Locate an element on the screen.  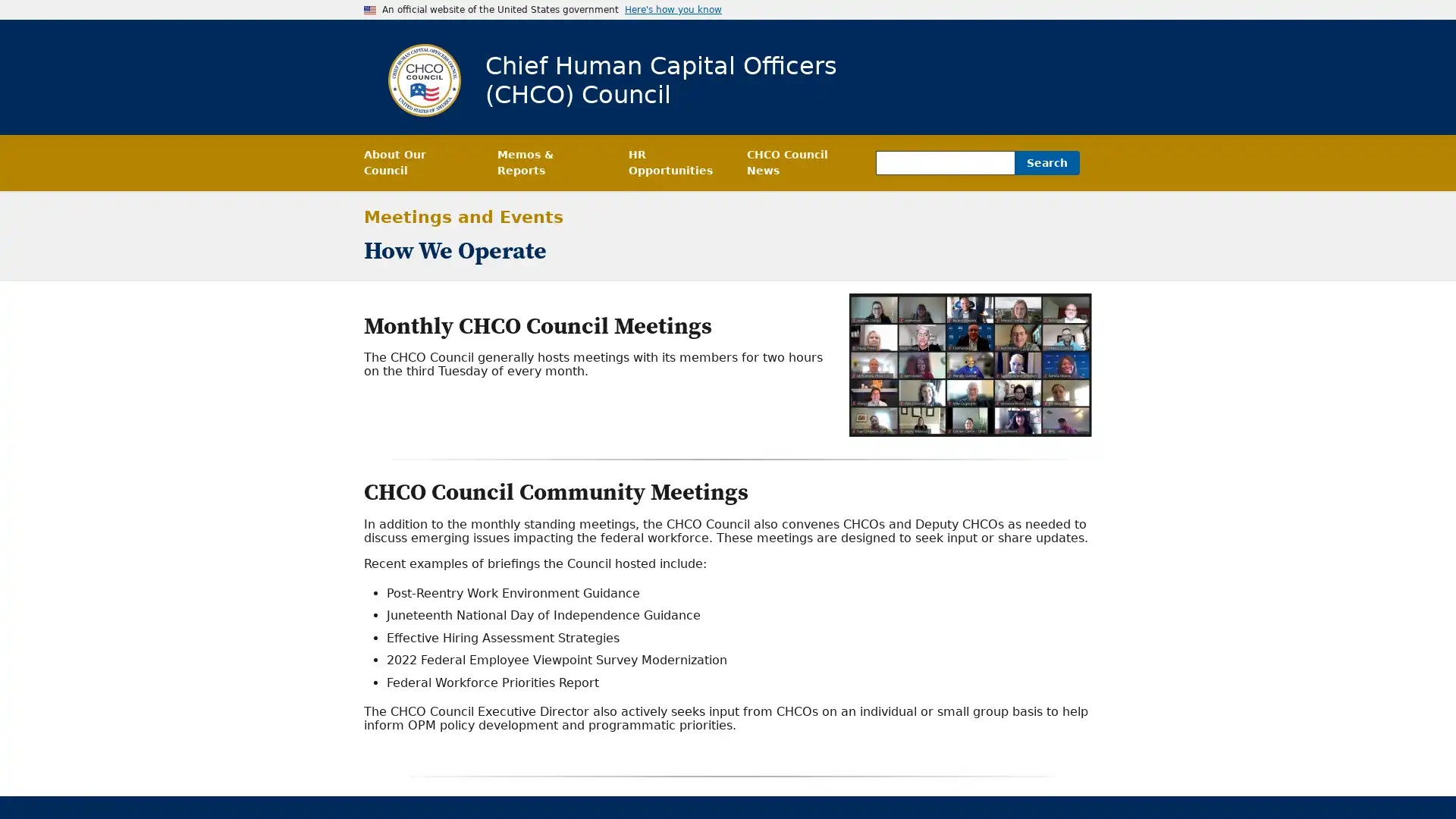
Memos & Reports is located at coordinates (549, 163).